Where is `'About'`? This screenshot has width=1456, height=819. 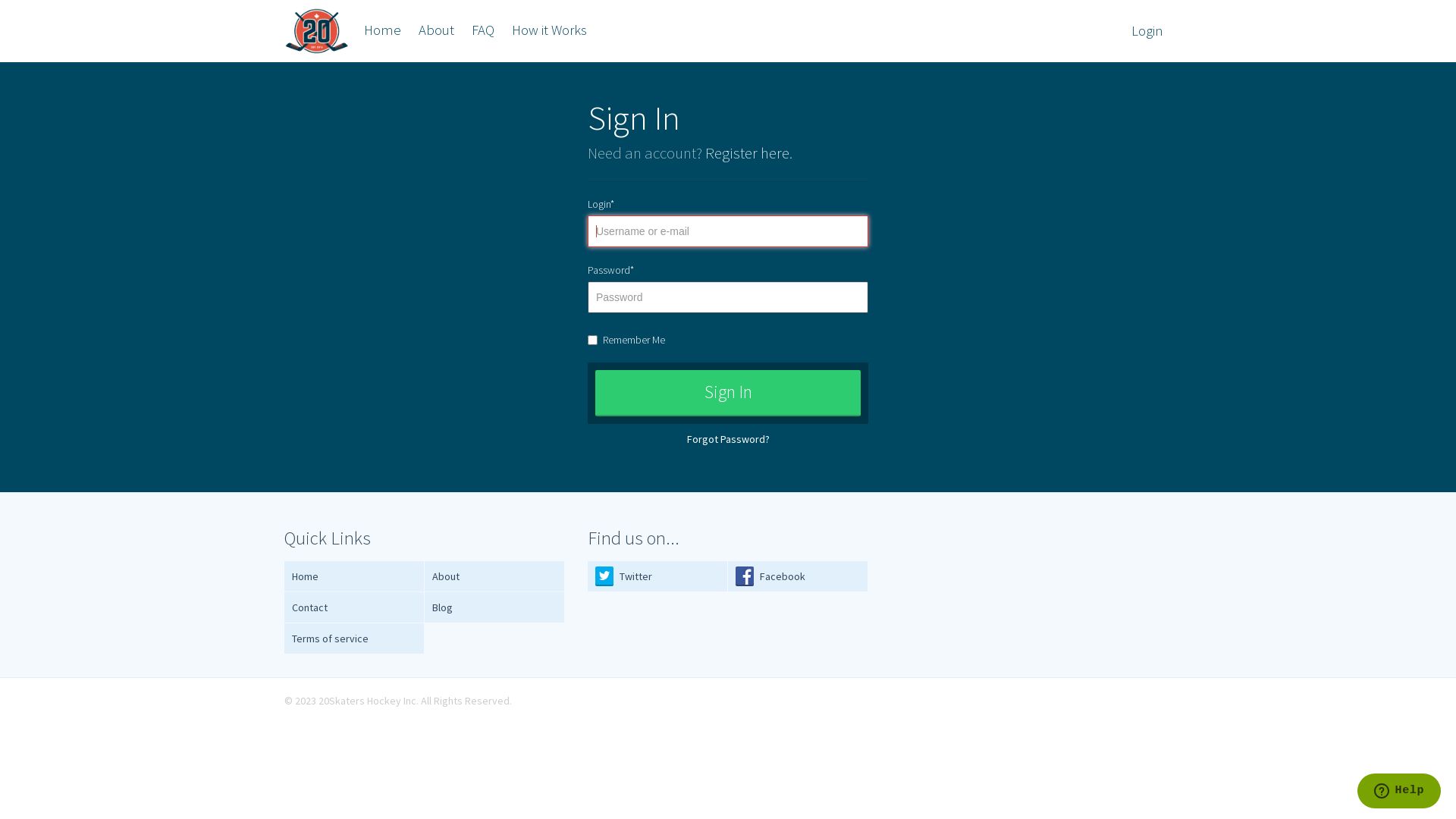 'About' is located at coordinates (494, 576).